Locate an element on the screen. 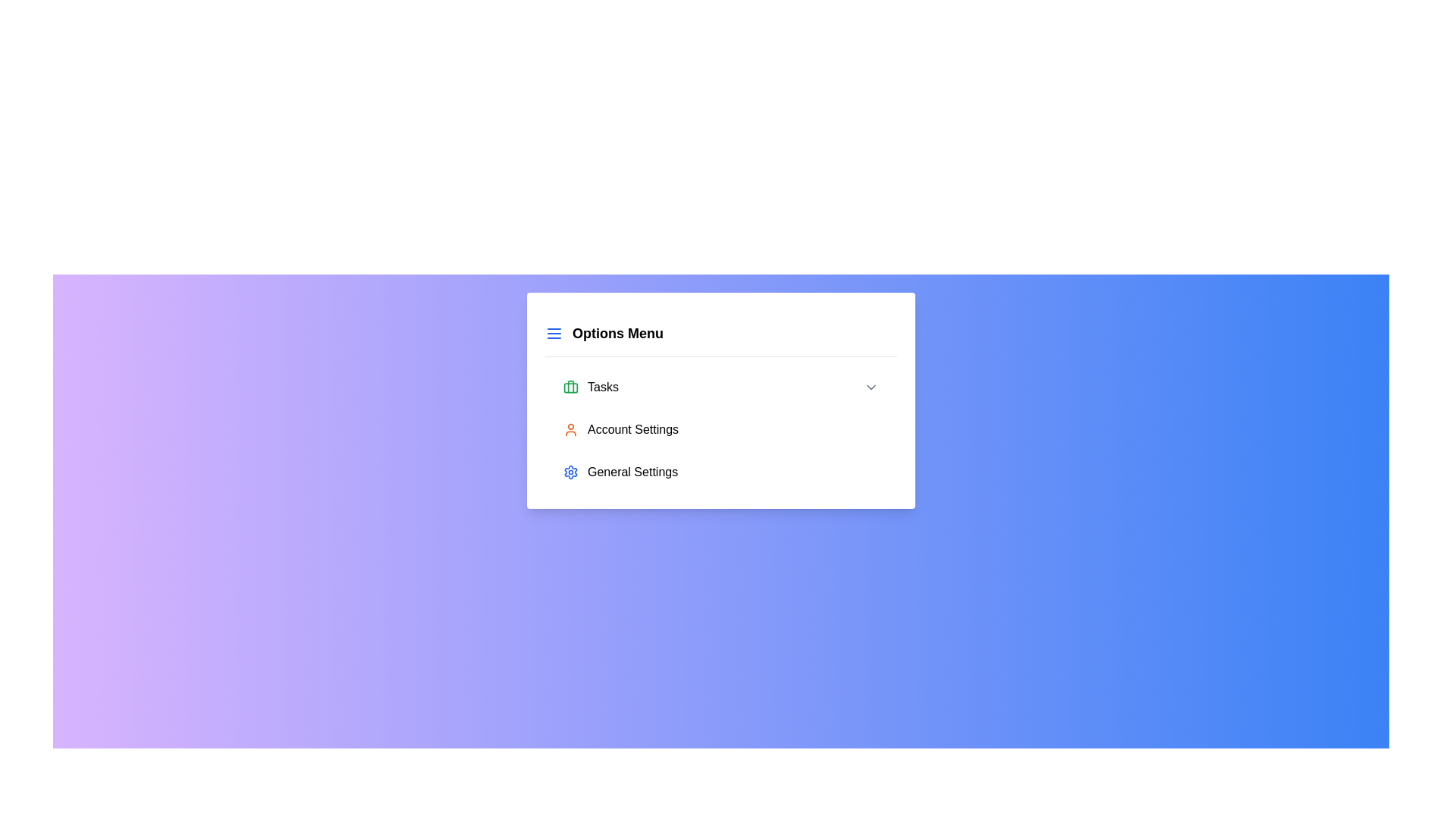 This screenshot has height=819, width=1456. the 'Tasks' menu option in the options menu is located at coordinates (720, 386).